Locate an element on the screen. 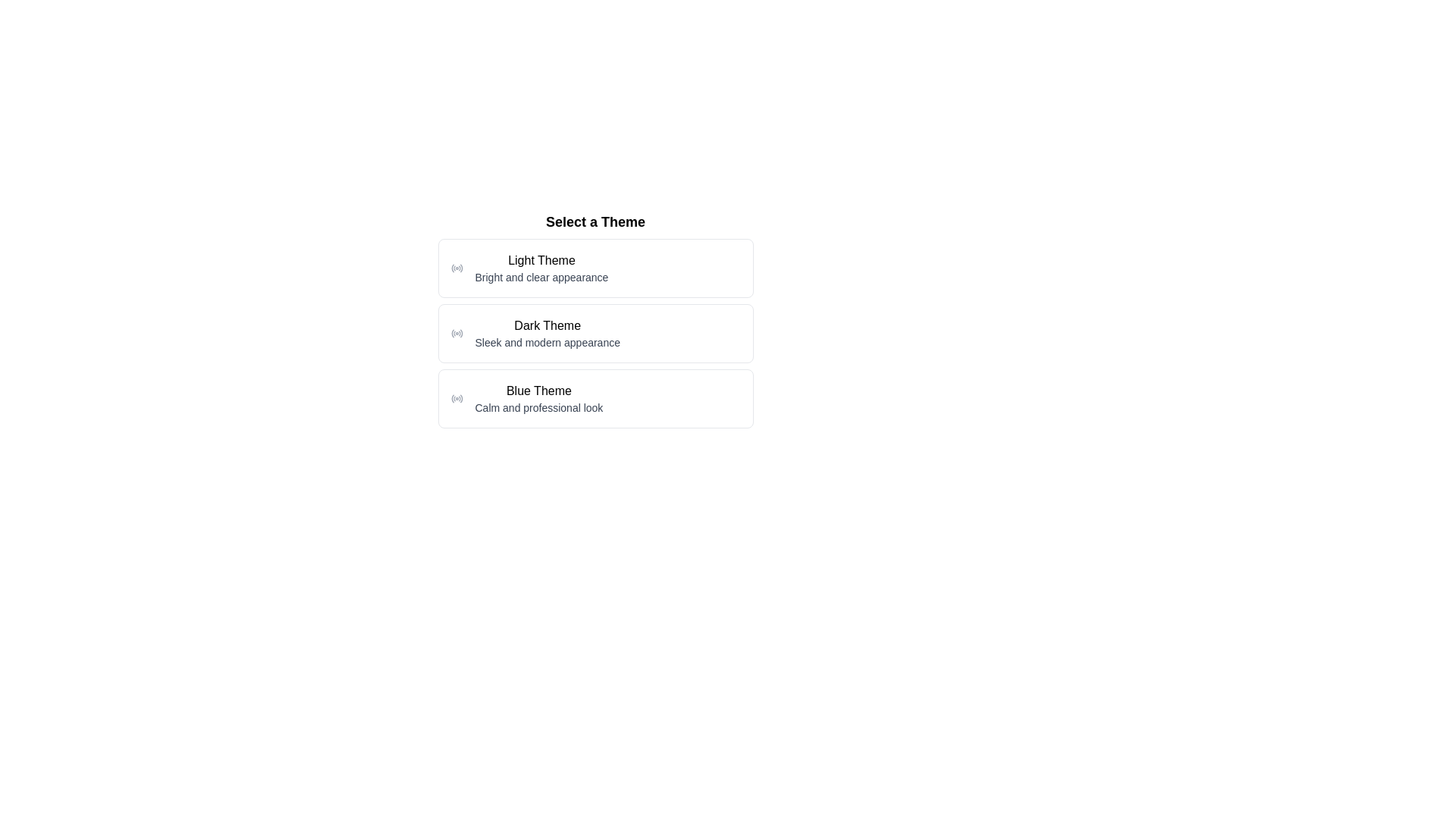 The image size is (1456, 819). the 'Light Theme' descriptive text element that introduces its bright and clear appearance, which is the first item in the theme selection interface is located at coordinates (541, 268).